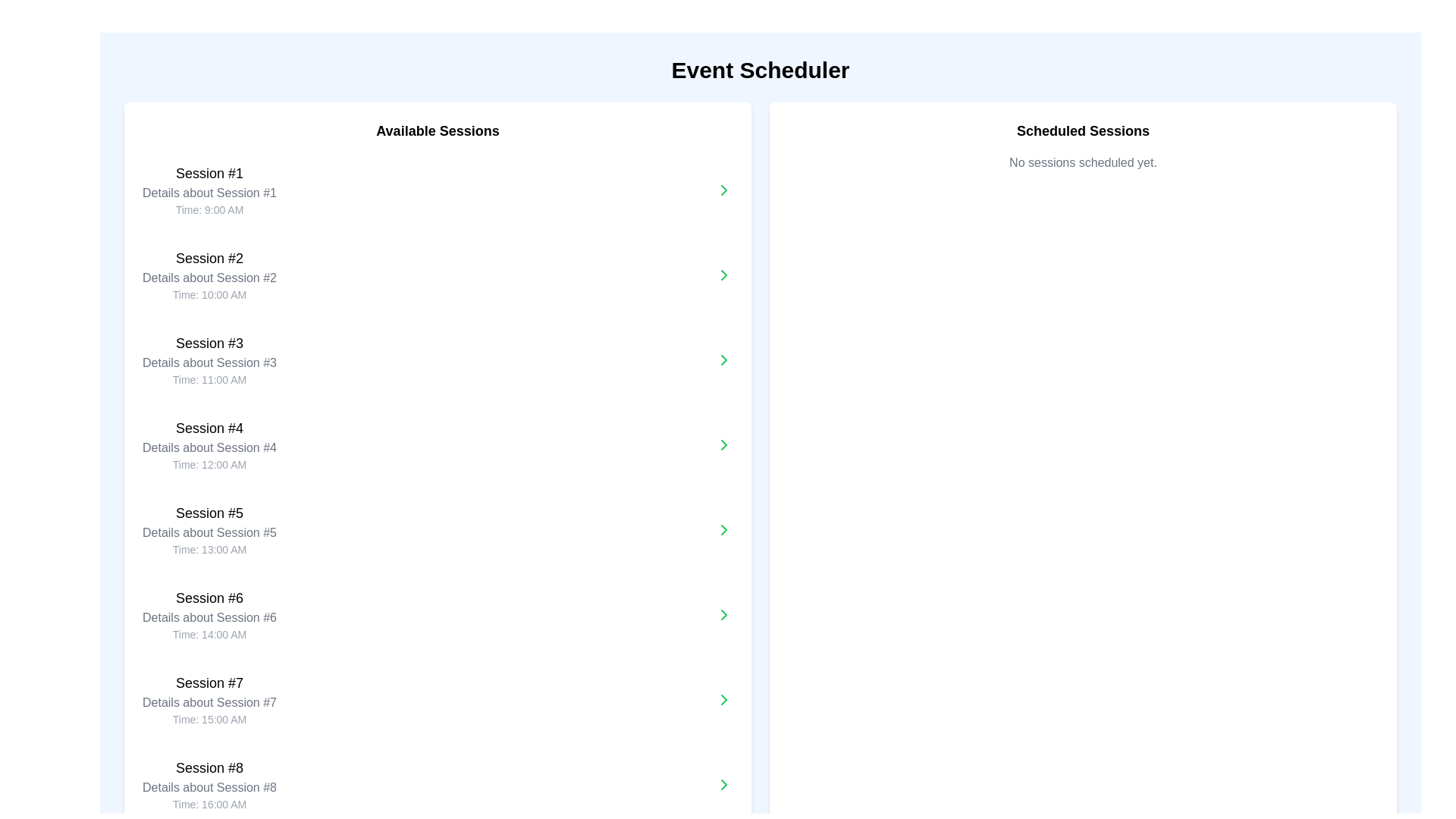 Image resolution: width=1456 pixels, height=819 pixels. What do you see at coordinates (209, 172) in the screenshot?
I see `the text label 'Session #1' in bold black font located in the 'Available Sessions' column of the 'Event Scheduler' interface` at bounding box center [209, 172].